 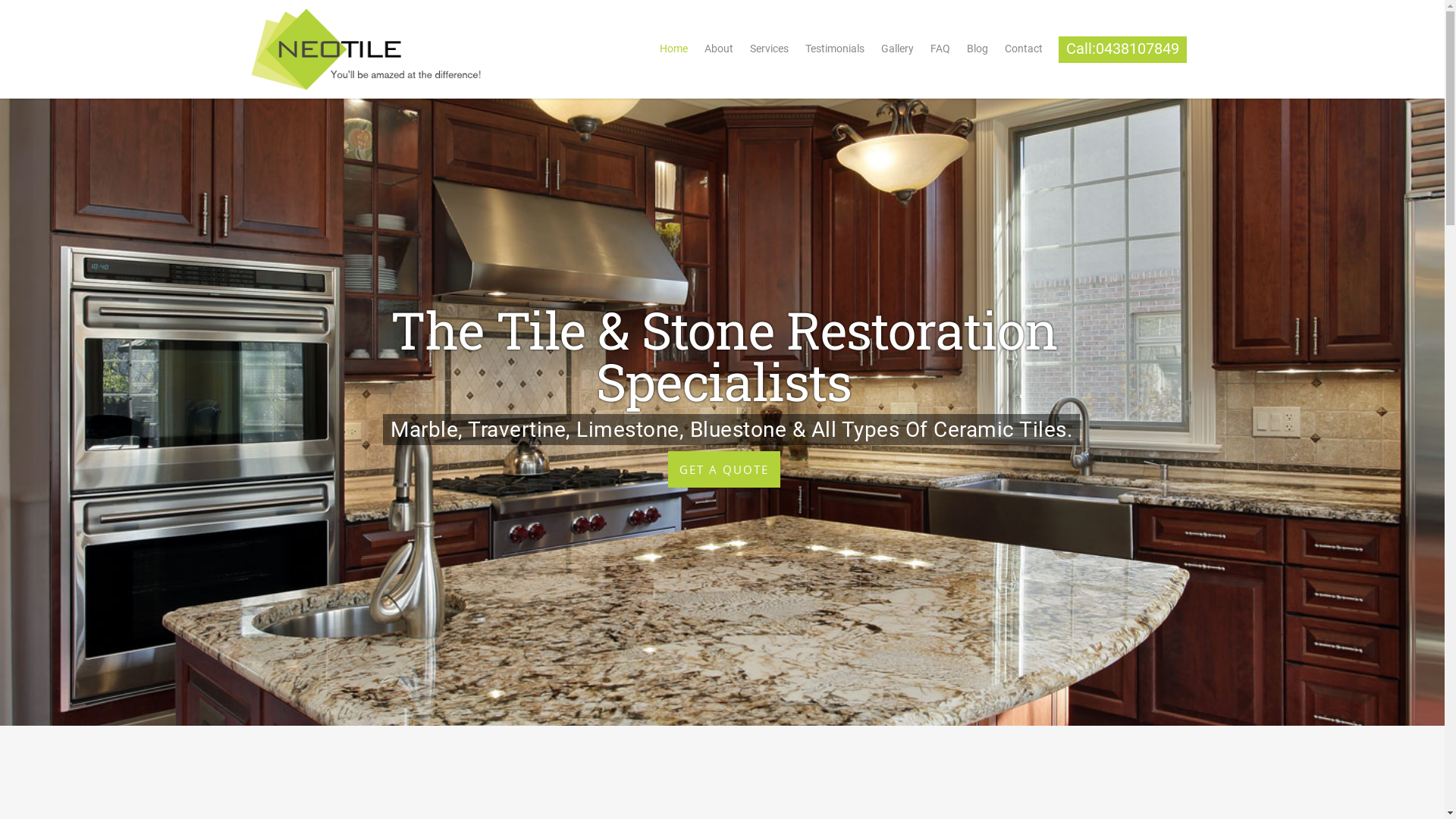 What do you see at coordinates (977, 52) in the screenshot?
I see `'Blog'` at bounding box center [977, 52].